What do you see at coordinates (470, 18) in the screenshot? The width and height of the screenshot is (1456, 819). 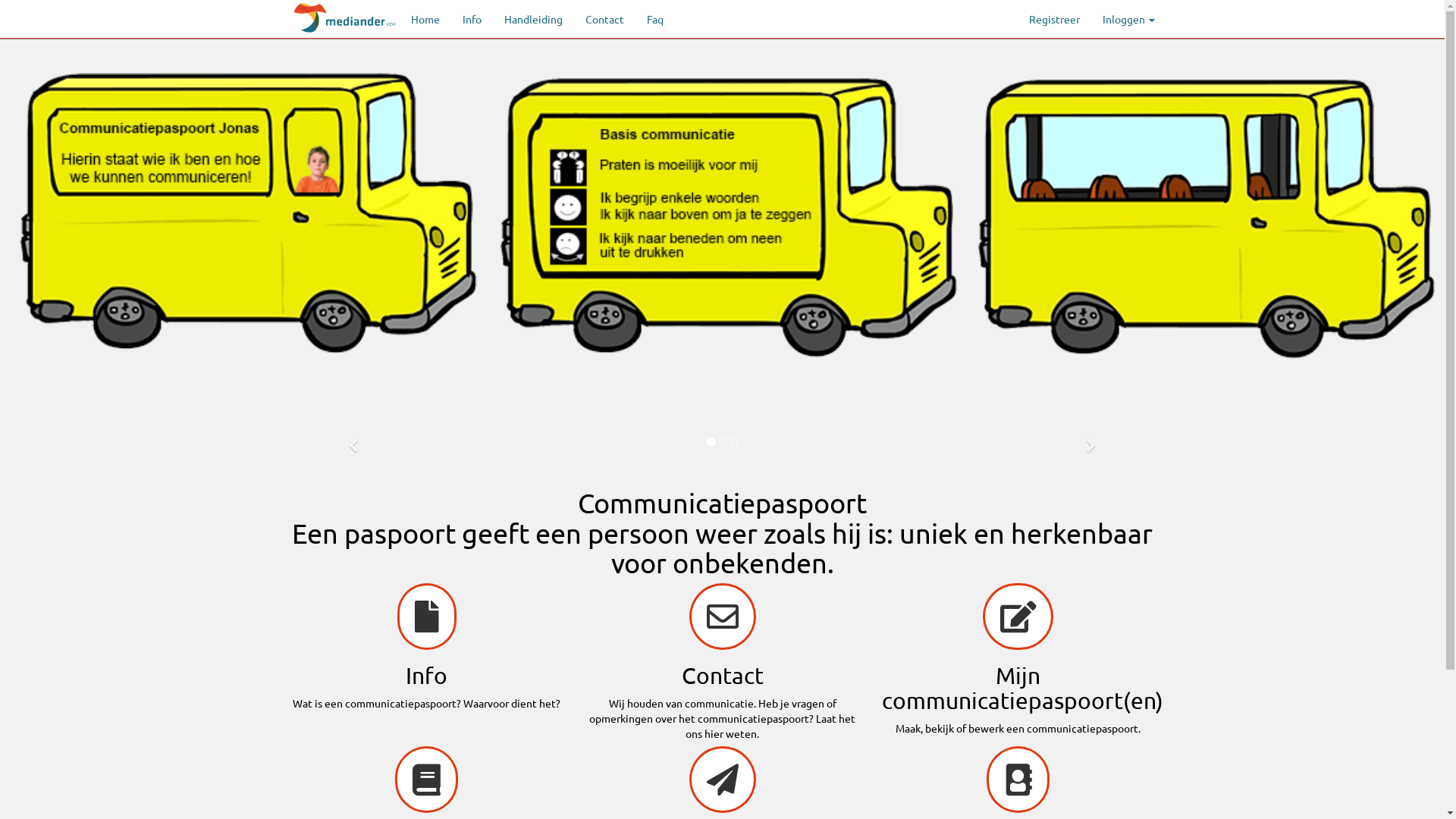 I see `'Info'` at bounding box center [470, 18].